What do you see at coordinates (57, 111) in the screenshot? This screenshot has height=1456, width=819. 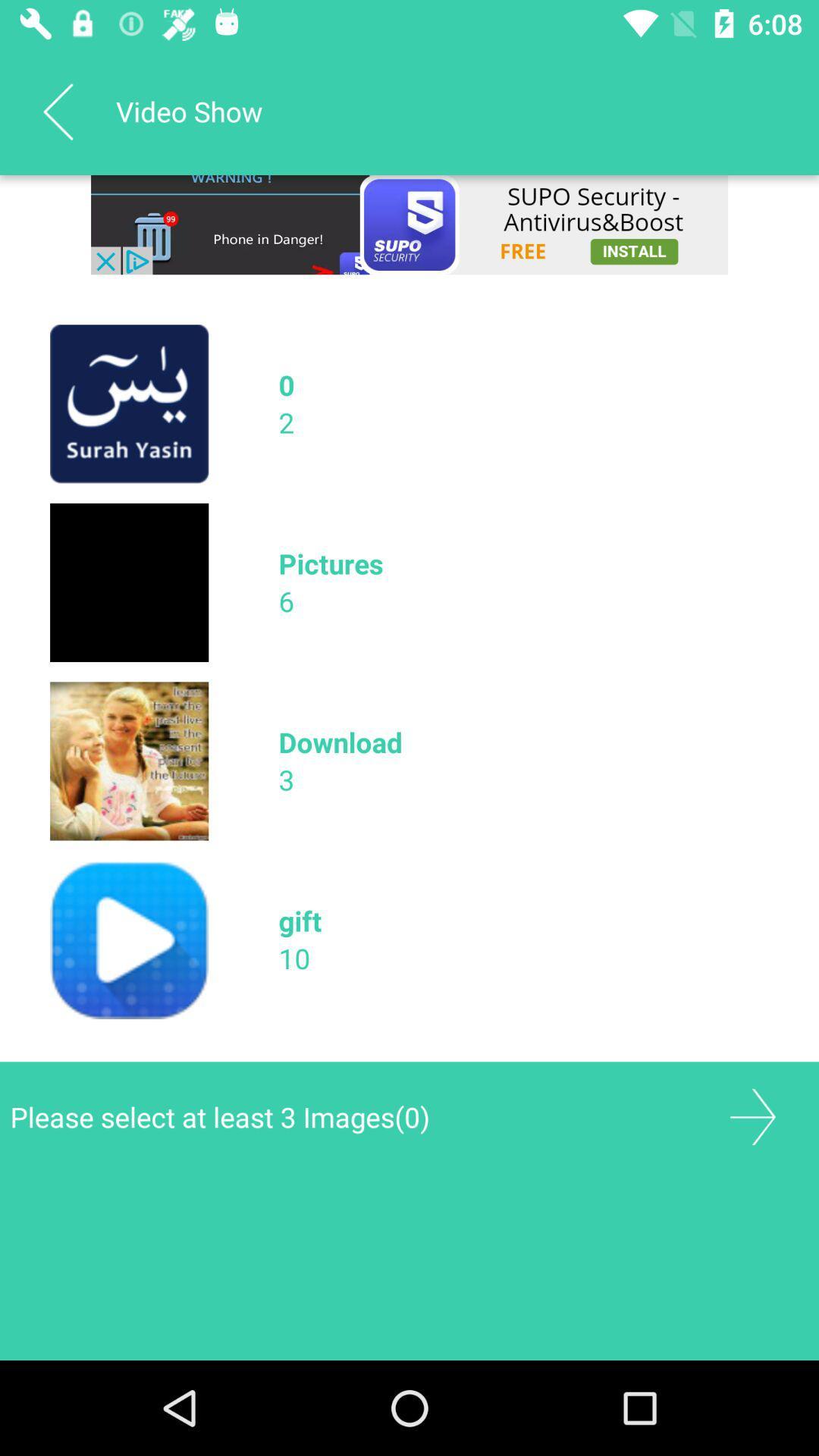 I see `back patturn` at bounding box center [57, 111].